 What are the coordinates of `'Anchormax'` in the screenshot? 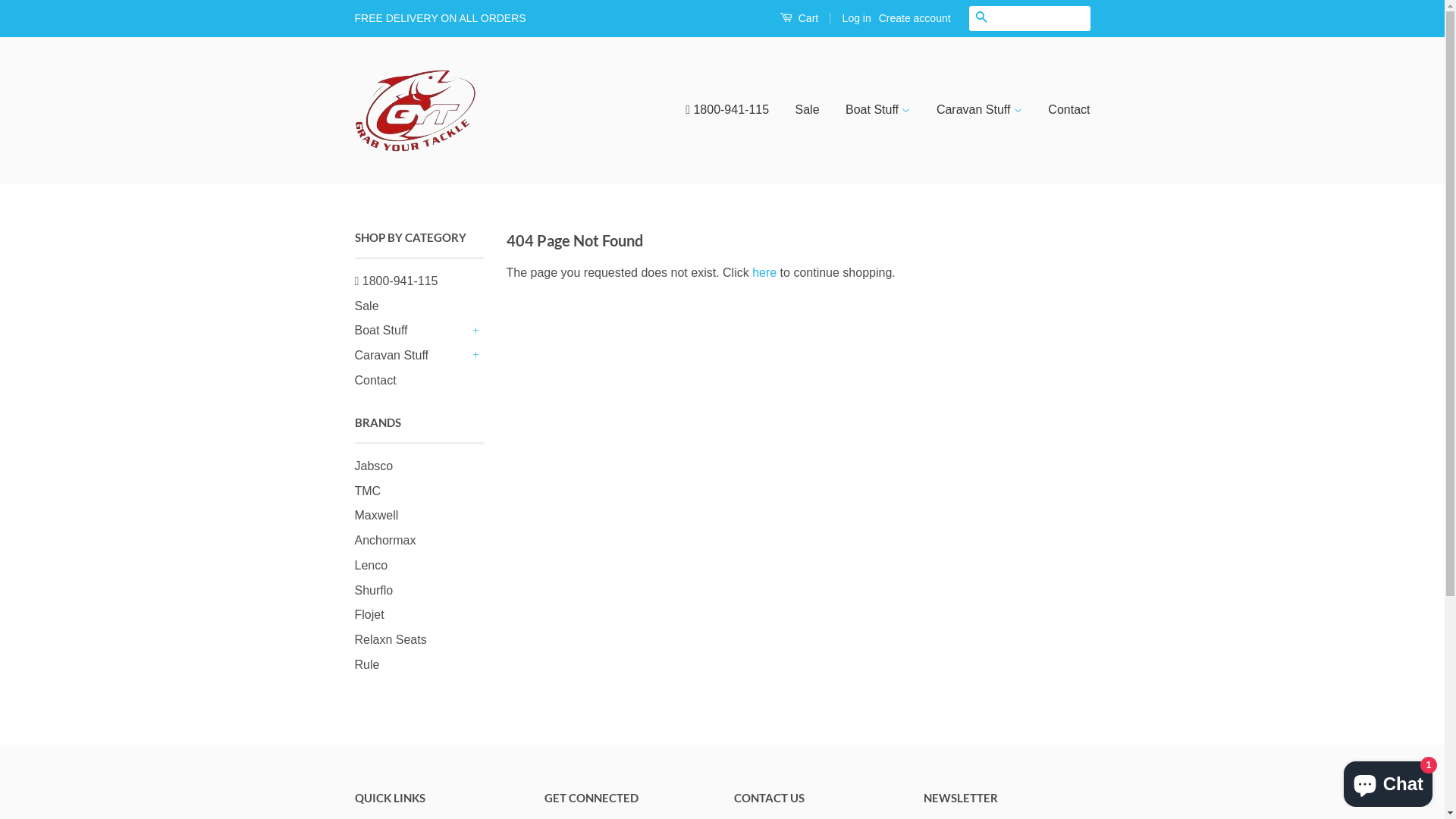 It's located at (385, 539).